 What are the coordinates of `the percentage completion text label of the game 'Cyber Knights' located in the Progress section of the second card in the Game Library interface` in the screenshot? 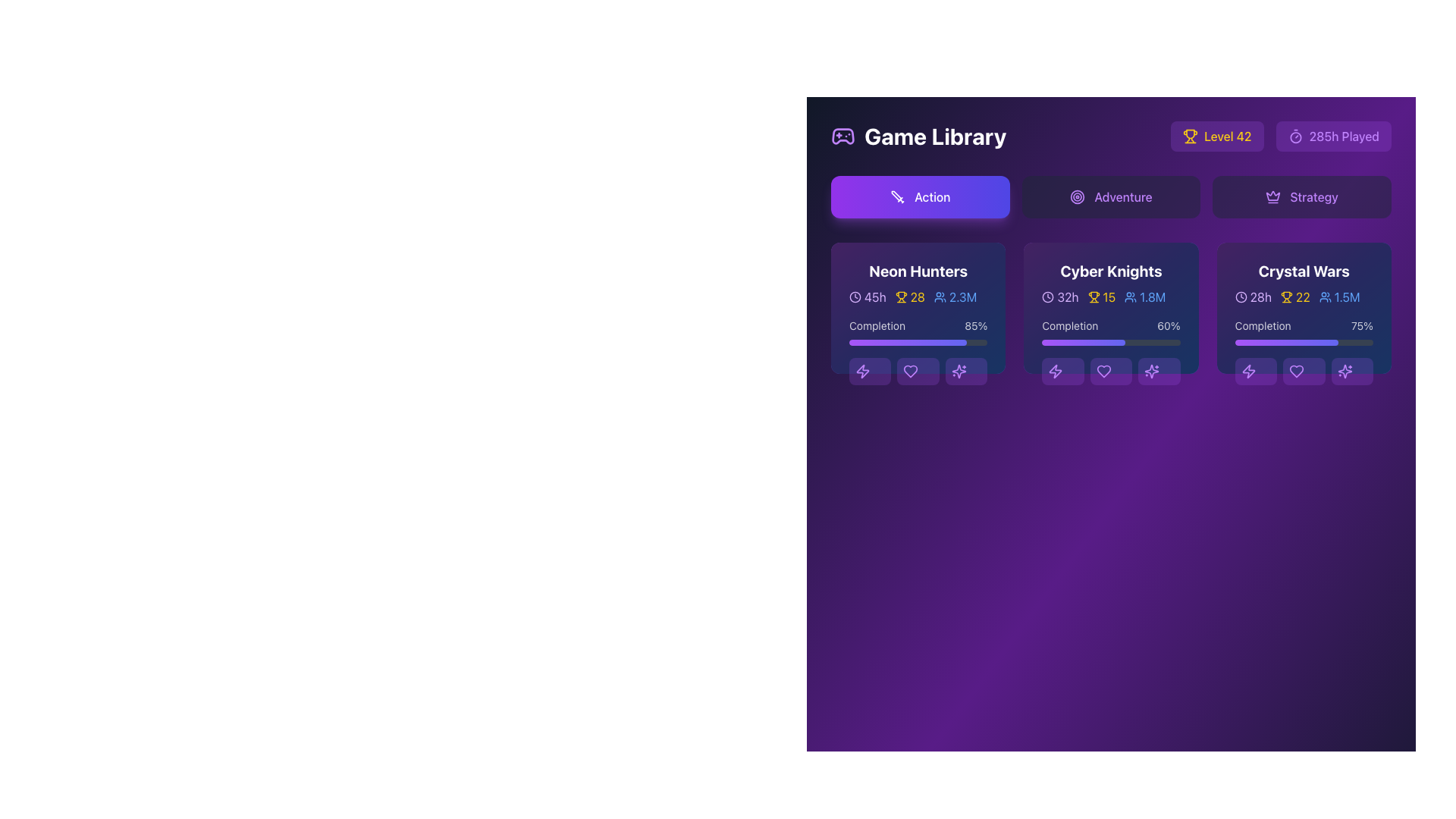 It's located at (1168, 325).